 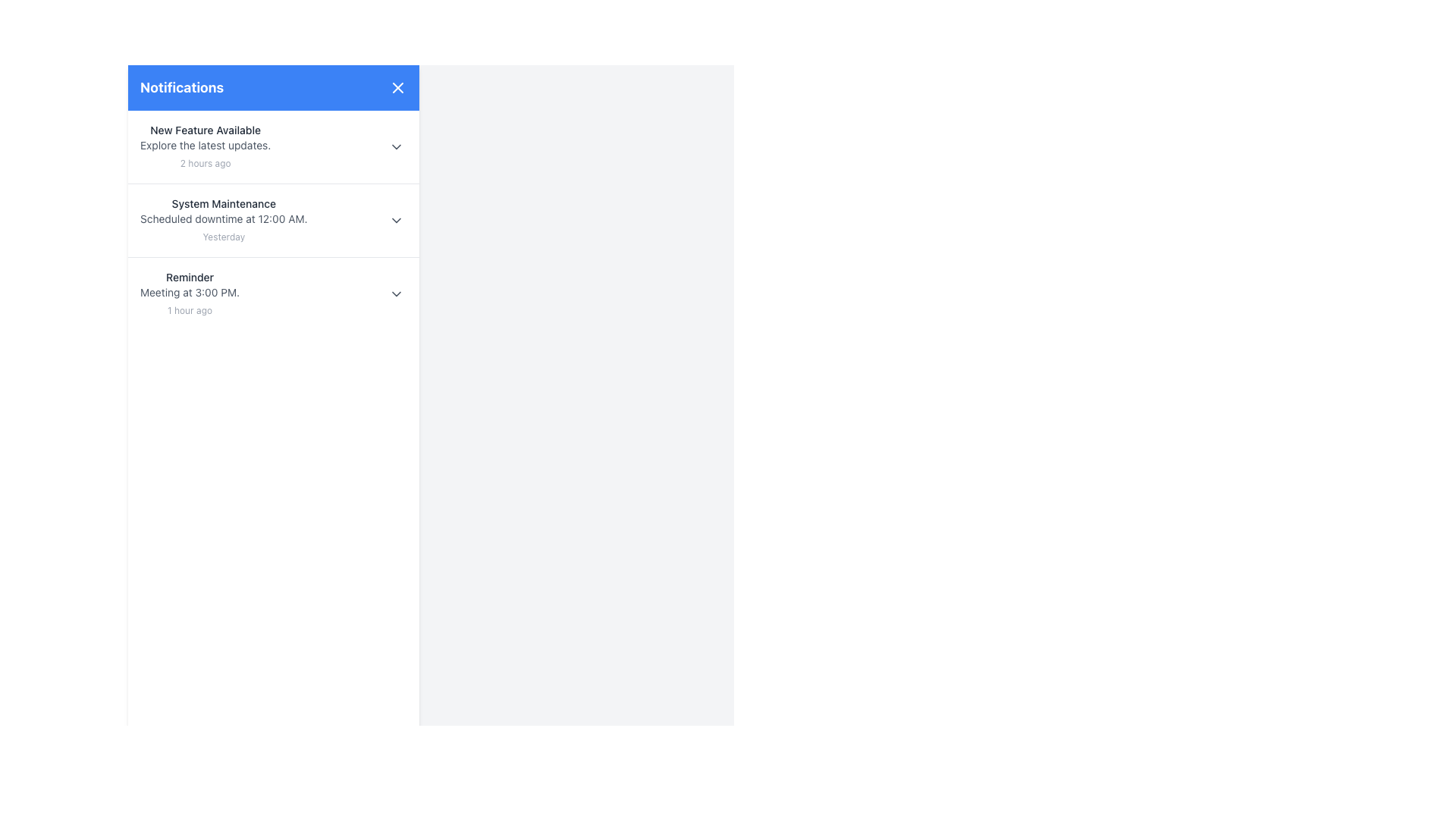 I want to click on the static text label displaying 'Yesterday' located at the bottom-right of the notification card for system maintenance, so click(x=223, y=237).